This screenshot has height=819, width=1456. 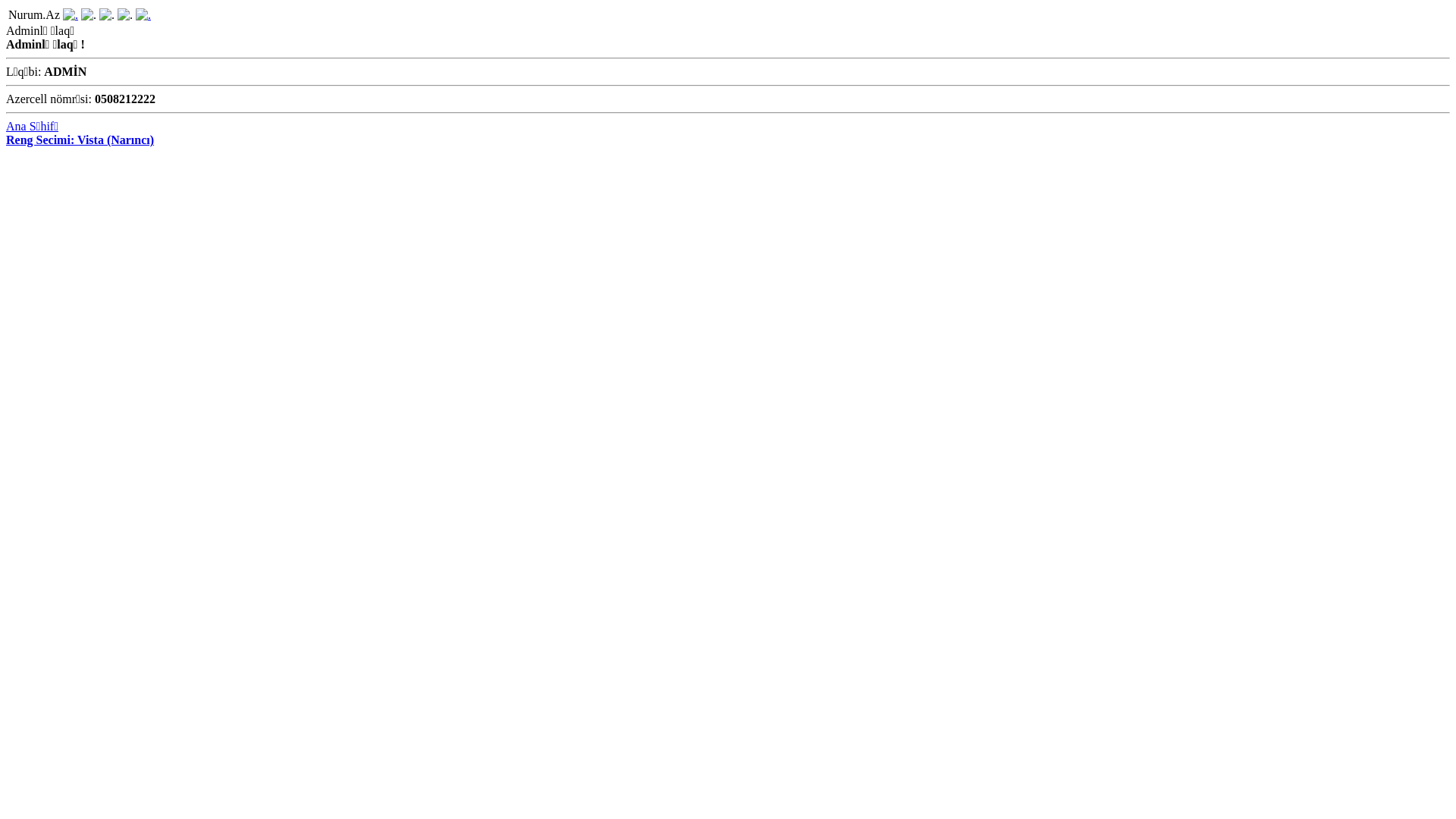 What do you see at coordinates (87, 14) in the screenshot?
I see `'Mesajlar'` at bounding box center [87, 14].